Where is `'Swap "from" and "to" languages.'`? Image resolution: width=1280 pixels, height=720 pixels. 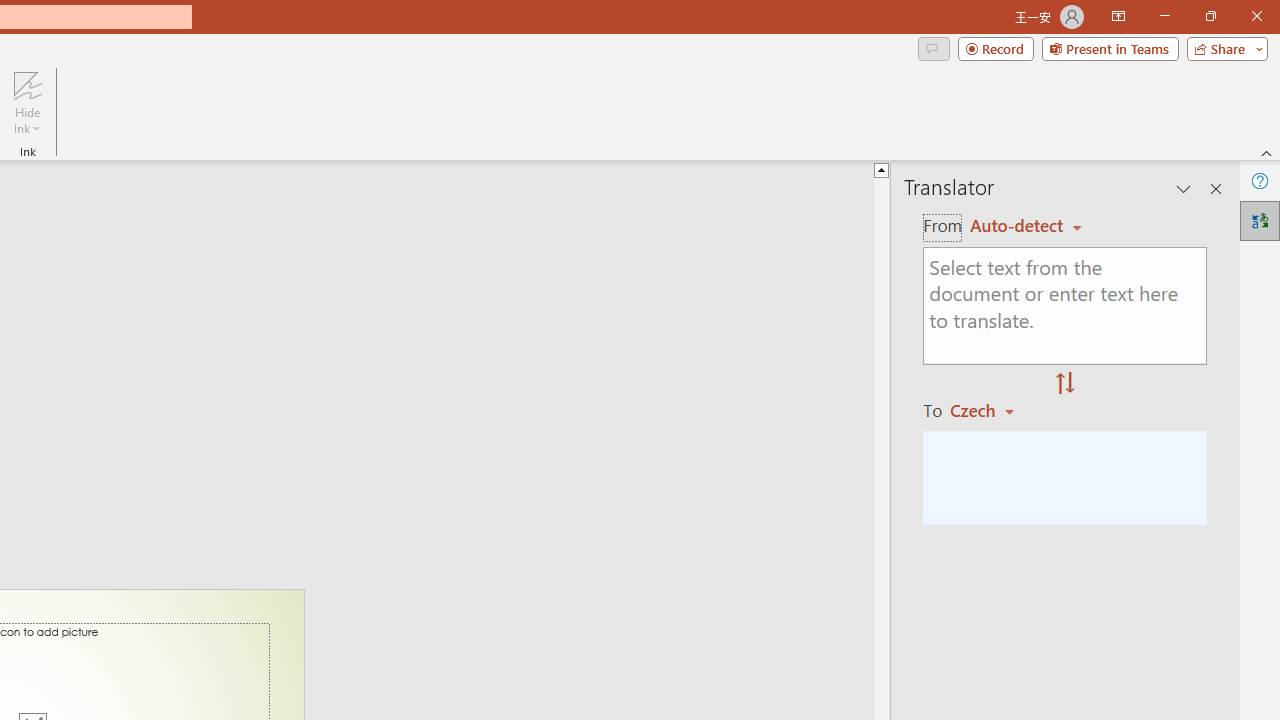
'Swap "from" and "to" languages.' is located at coordinates (1064, 384).